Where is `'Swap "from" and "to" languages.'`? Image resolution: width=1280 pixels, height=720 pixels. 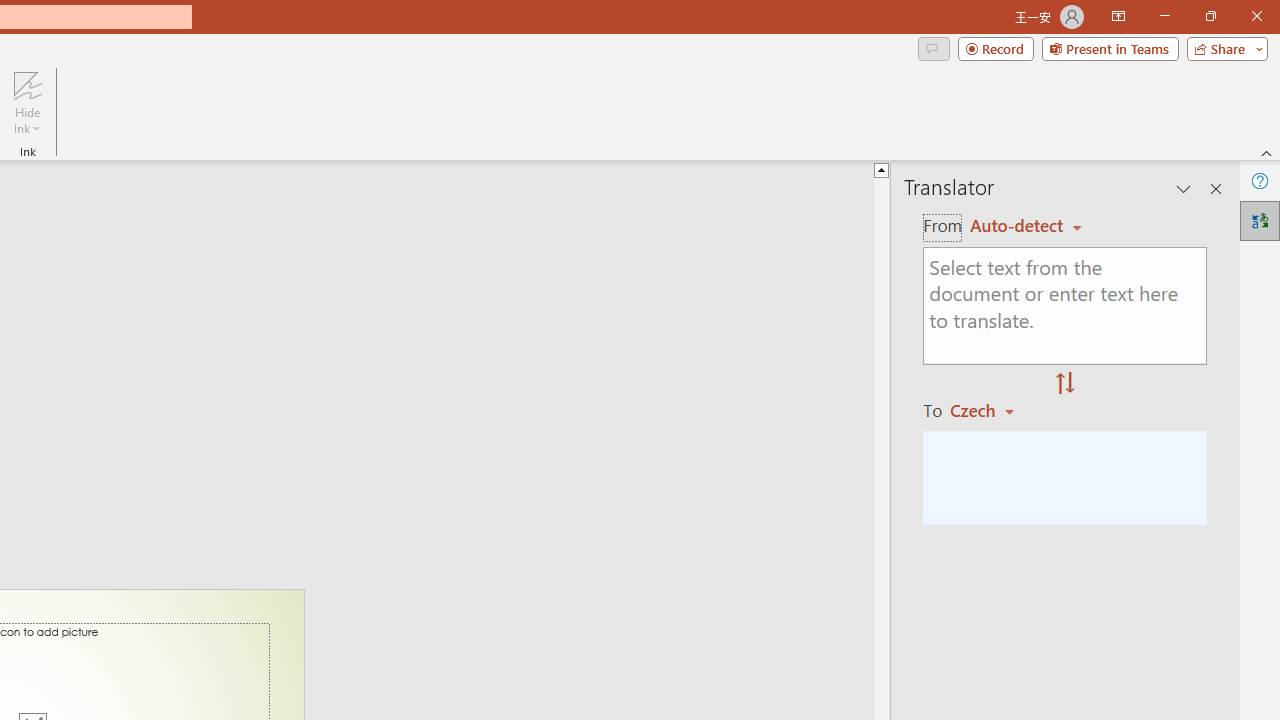
'Swap "from" and "to" languages.' is located at coordinates (1064, 384).